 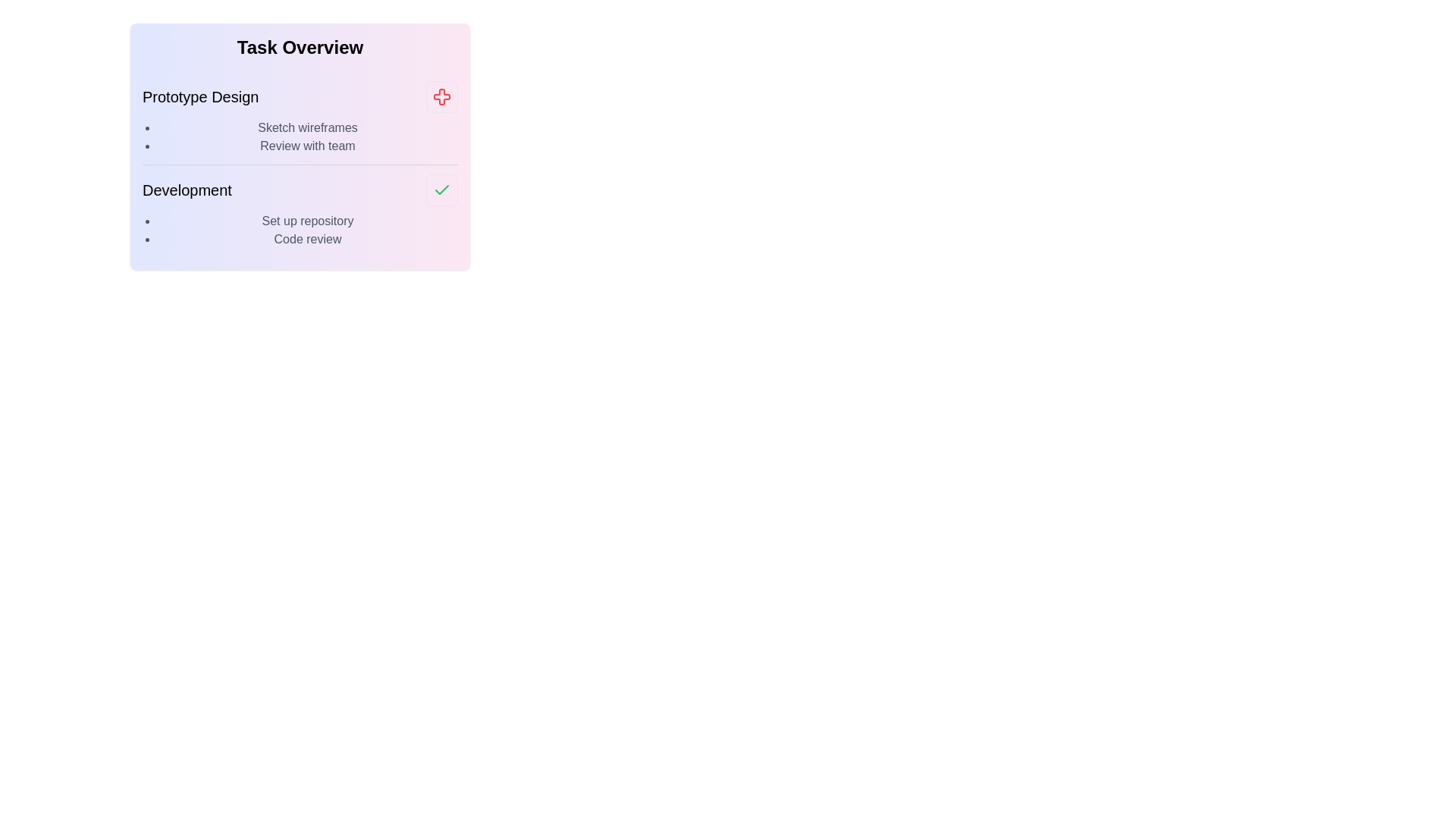 What do you see at coordinates (441, 96) in the screenshot?
I see `the task completion status icon for Prototype Design` at bounding box center [441, 96].